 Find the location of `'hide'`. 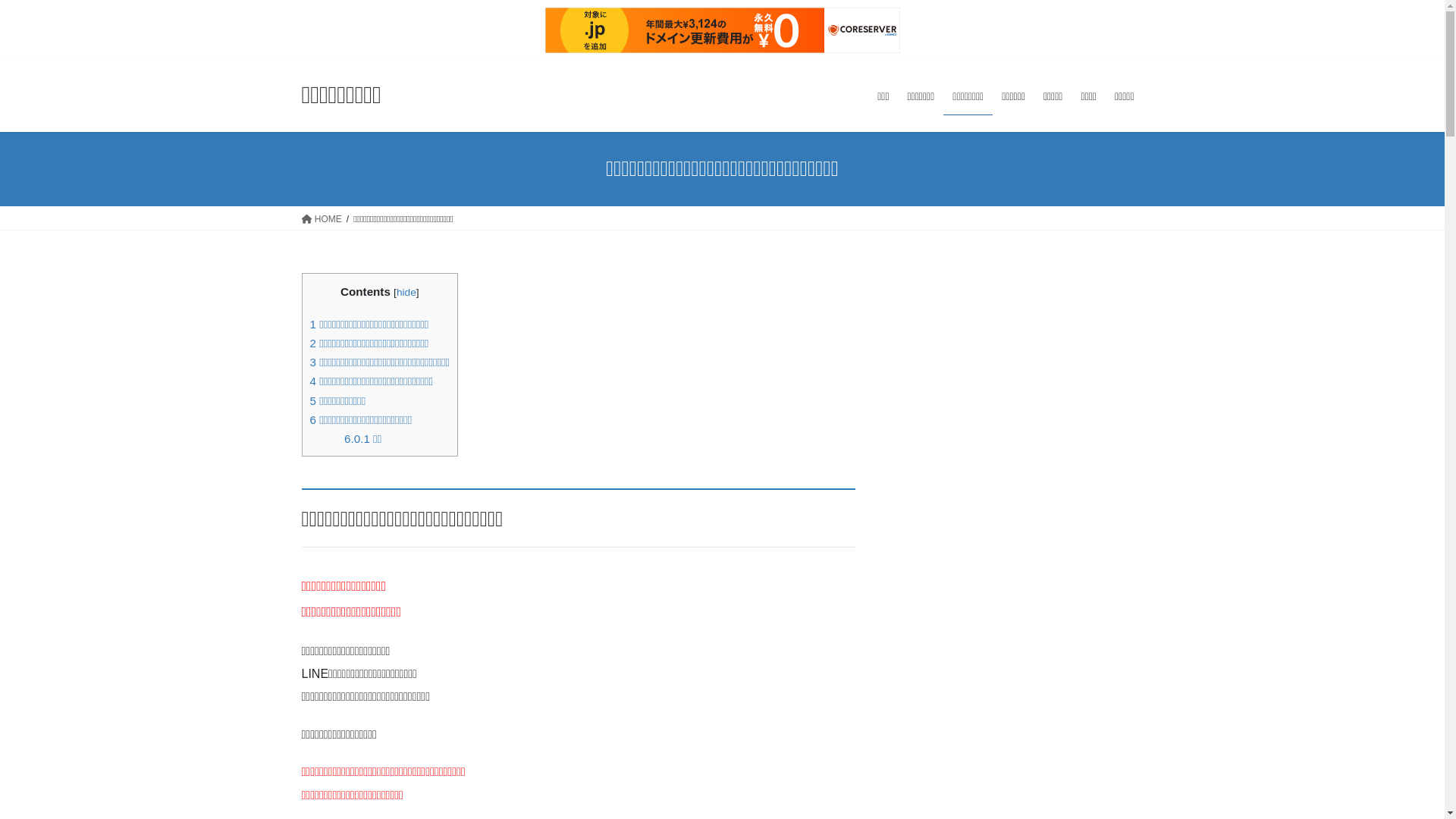

'hide' is located at coordinates (406, 292).